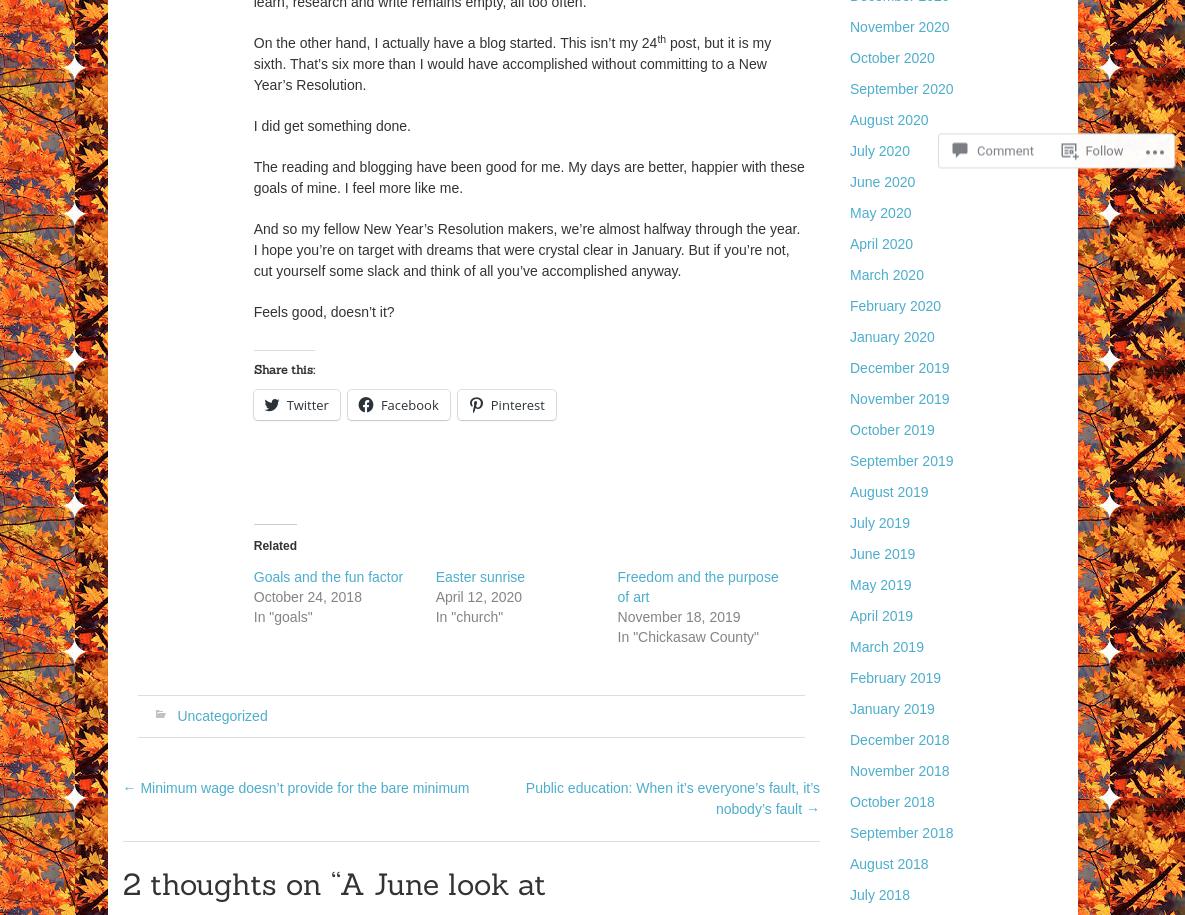  I want to click on 'May 2019', so click(849, 583).